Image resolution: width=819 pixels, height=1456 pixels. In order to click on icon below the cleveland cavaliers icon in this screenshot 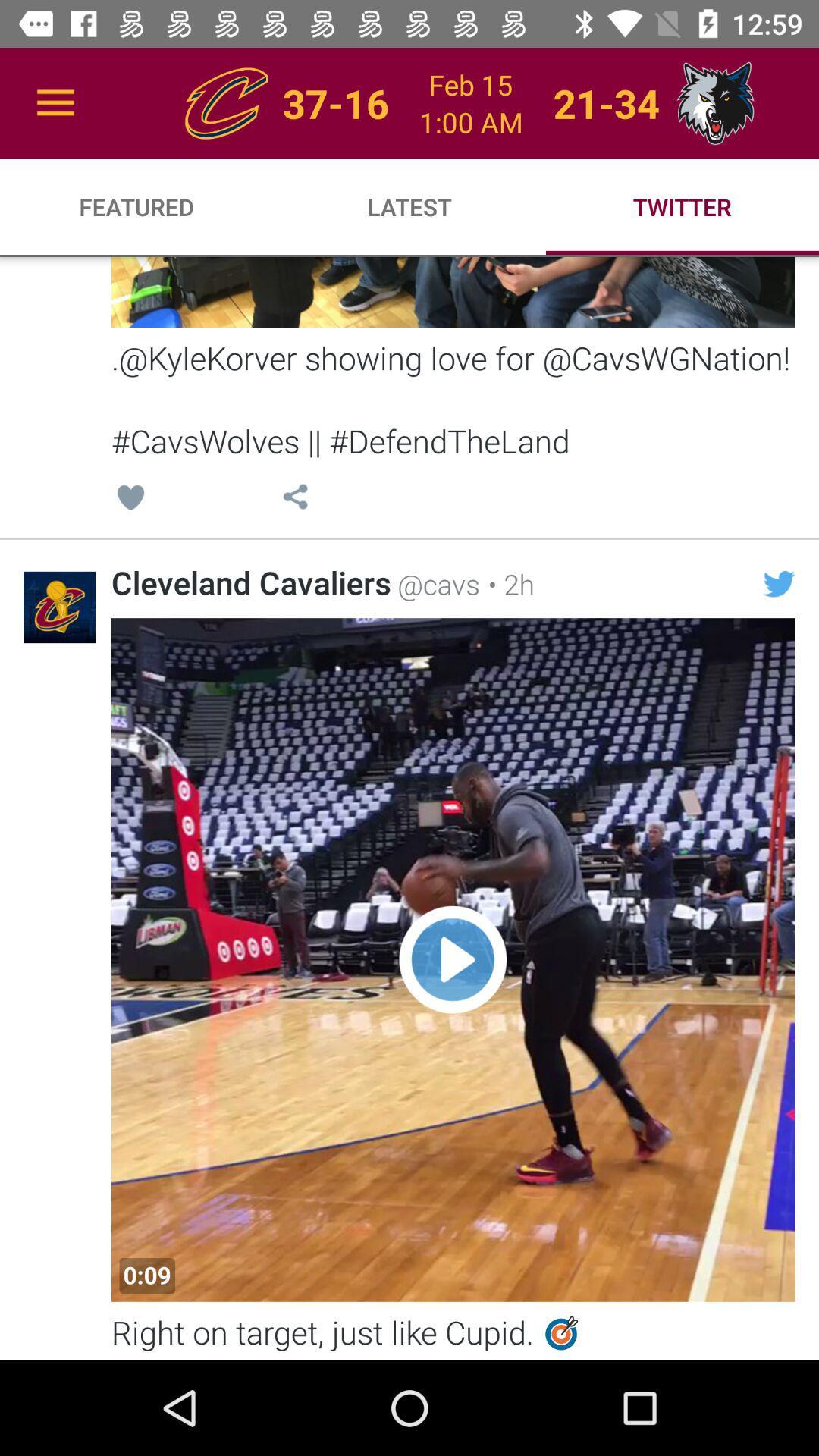, I will do `click(147, 1275)`.